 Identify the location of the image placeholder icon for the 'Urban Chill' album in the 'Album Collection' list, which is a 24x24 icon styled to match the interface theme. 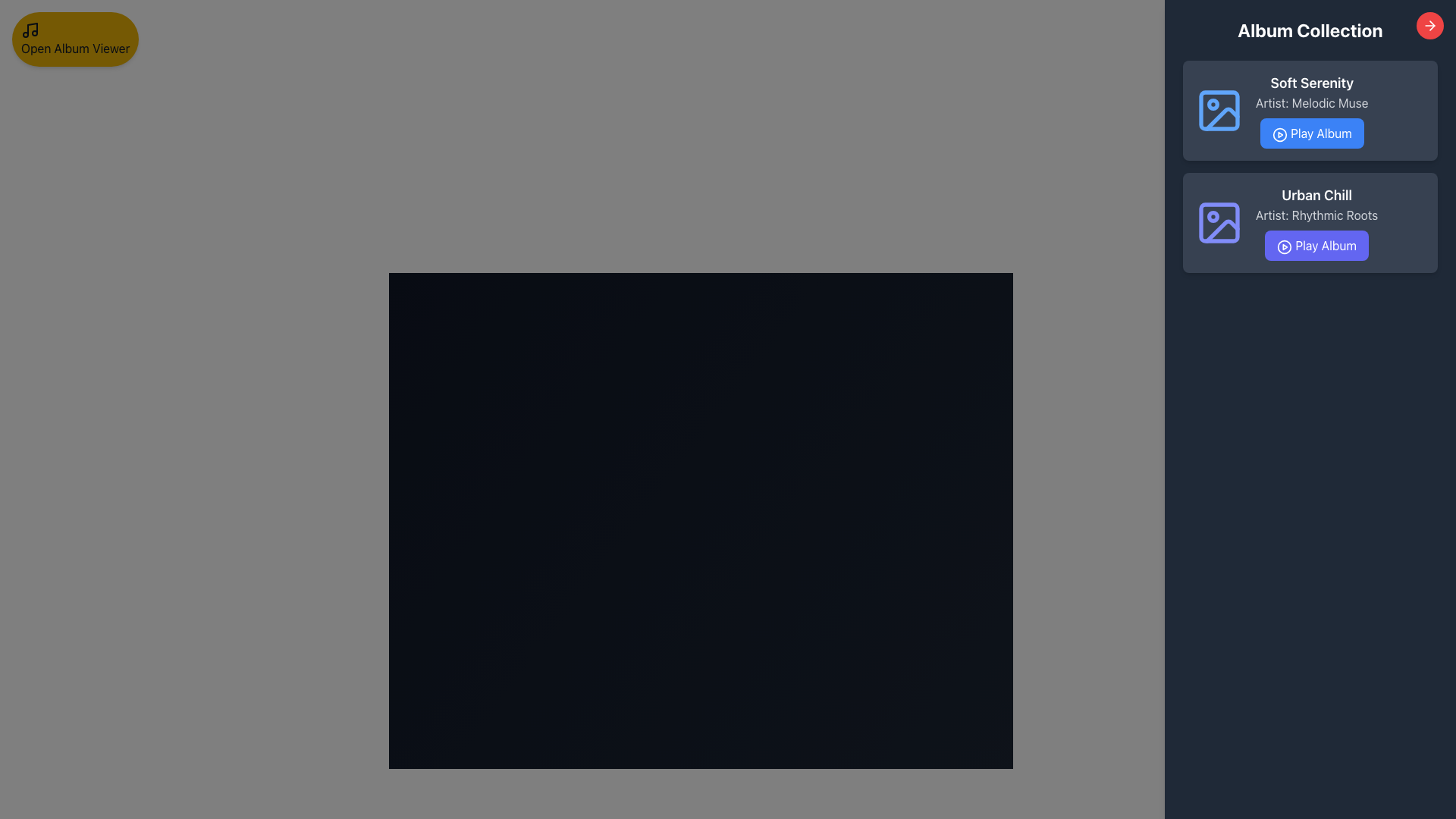
(1219, 222).